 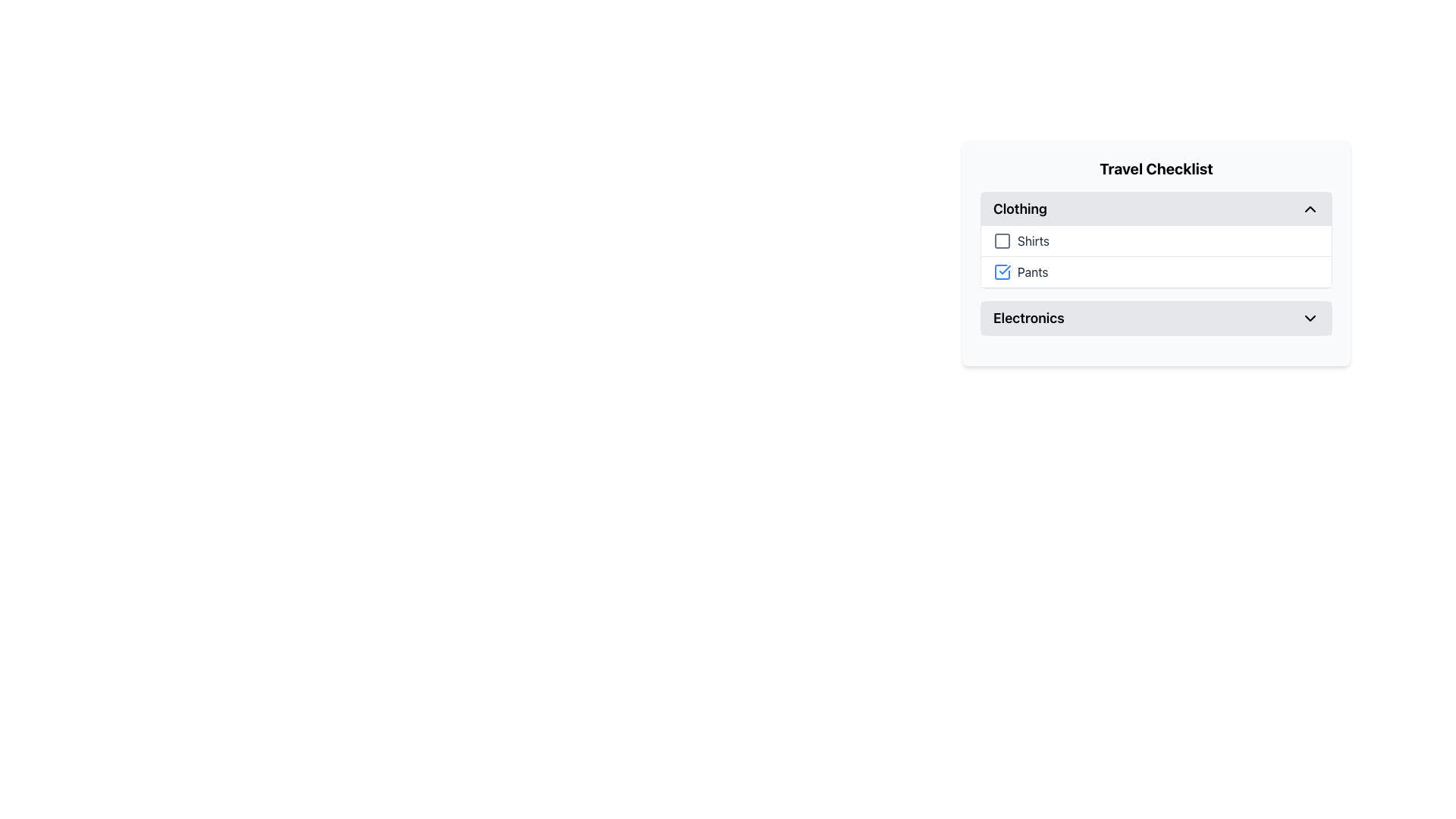 What do you see at coordinates (1156, 256) in the screenshot?
I see `the toggle items in the Clothing section of the Travel Checklist, specifically the unchecked 'Shirts' and checked 'Pants' items, to observe any potential color change or tooltip display` at bounding box center [1156, 256].